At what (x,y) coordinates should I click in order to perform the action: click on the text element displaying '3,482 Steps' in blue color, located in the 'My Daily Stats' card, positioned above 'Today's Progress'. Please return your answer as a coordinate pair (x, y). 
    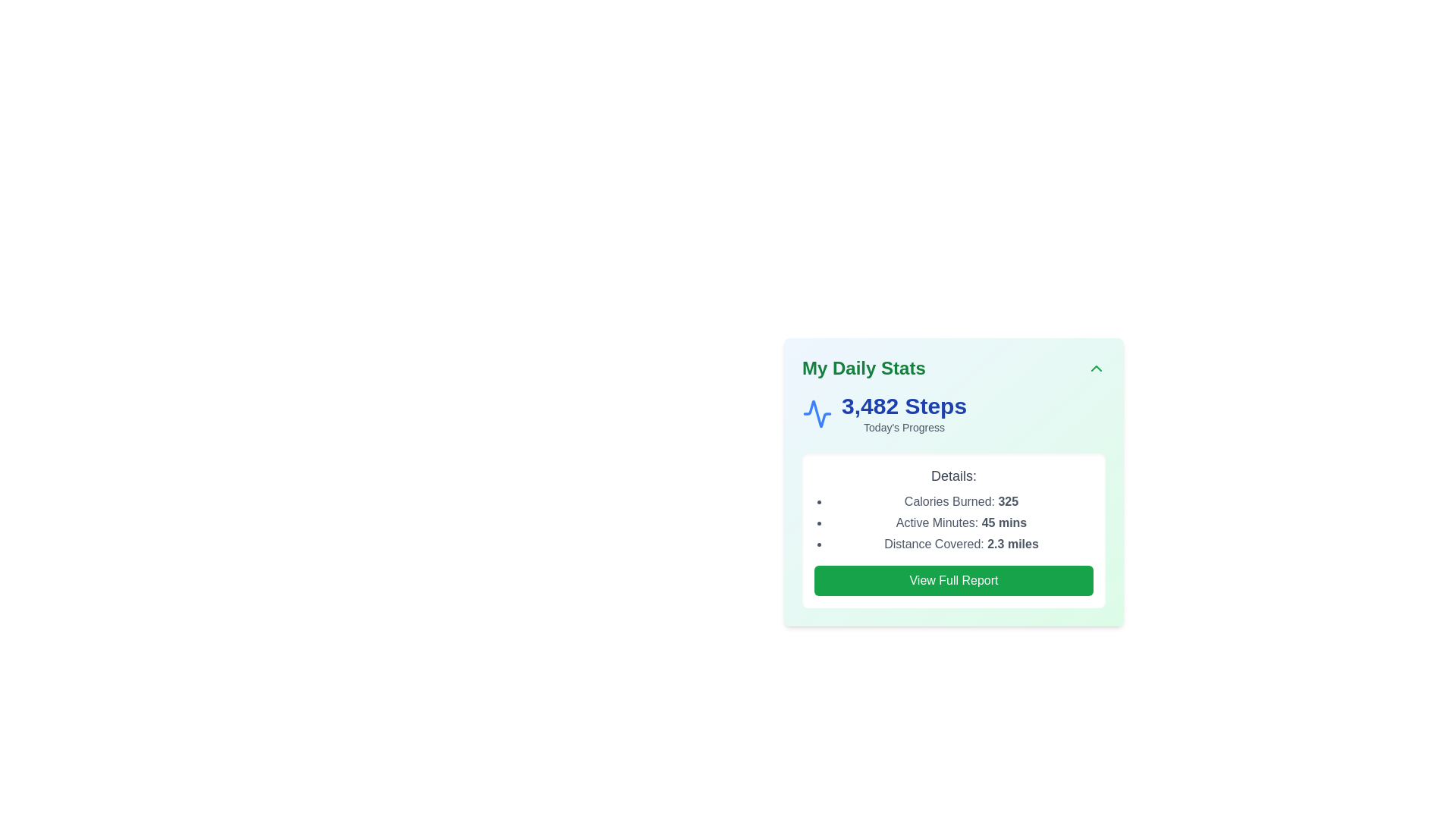
    Looking at the image, I should click on (904, 406).